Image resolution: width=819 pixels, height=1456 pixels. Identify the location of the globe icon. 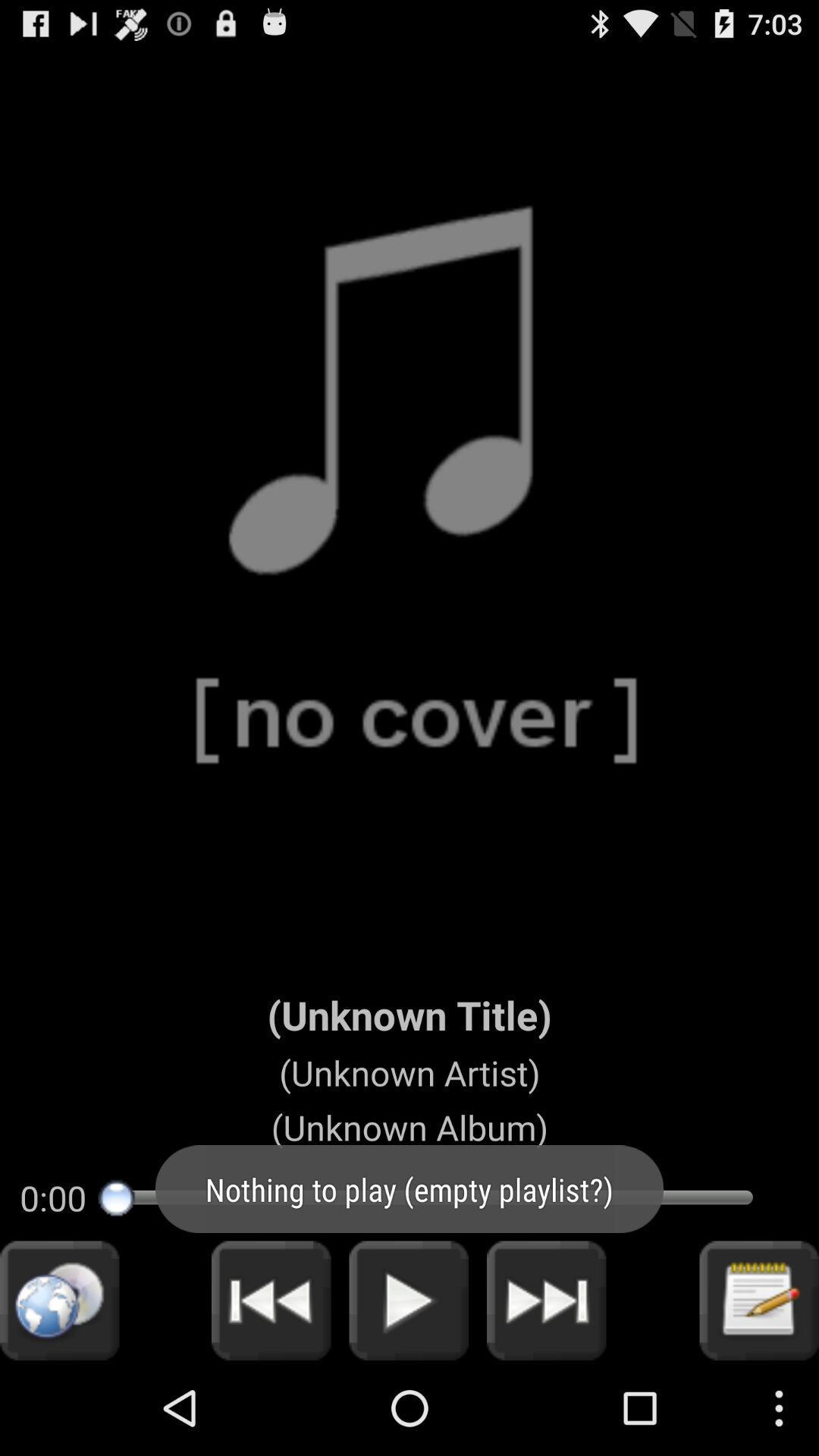
(58, 1392).